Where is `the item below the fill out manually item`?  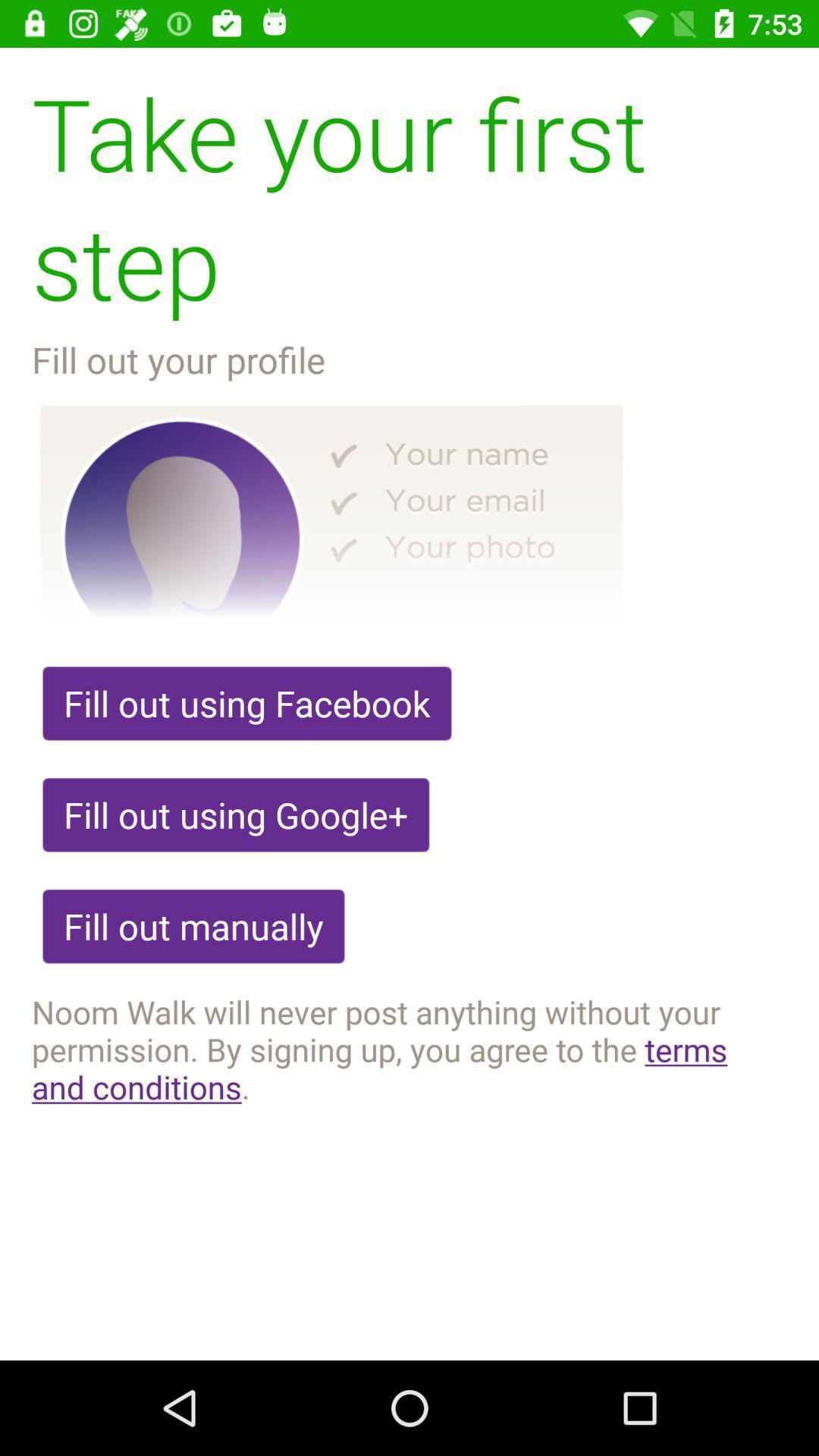 the item below the fill out manually item is located at coordinates (409, 1048).